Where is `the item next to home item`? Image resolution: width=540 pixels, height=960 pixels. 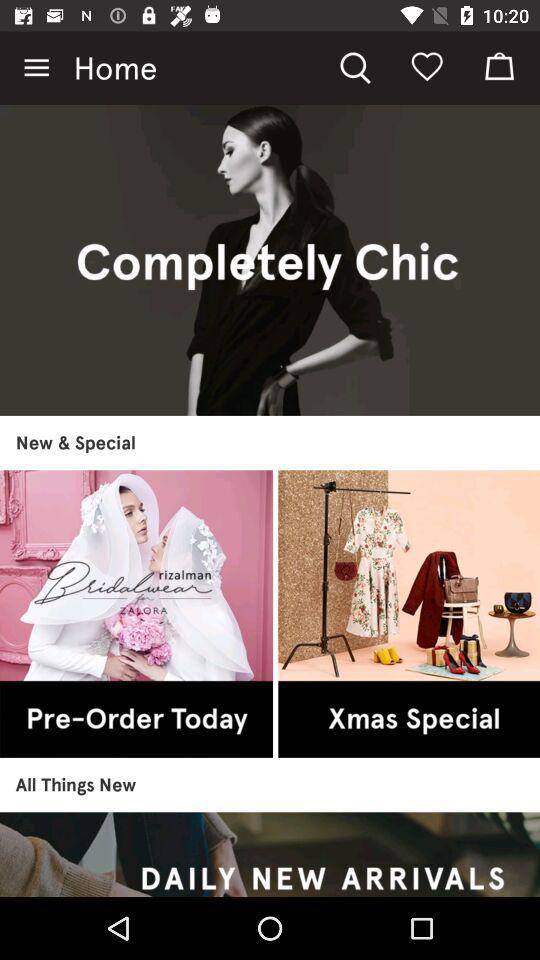 the item next to home item is located at coordinates (36, 68).